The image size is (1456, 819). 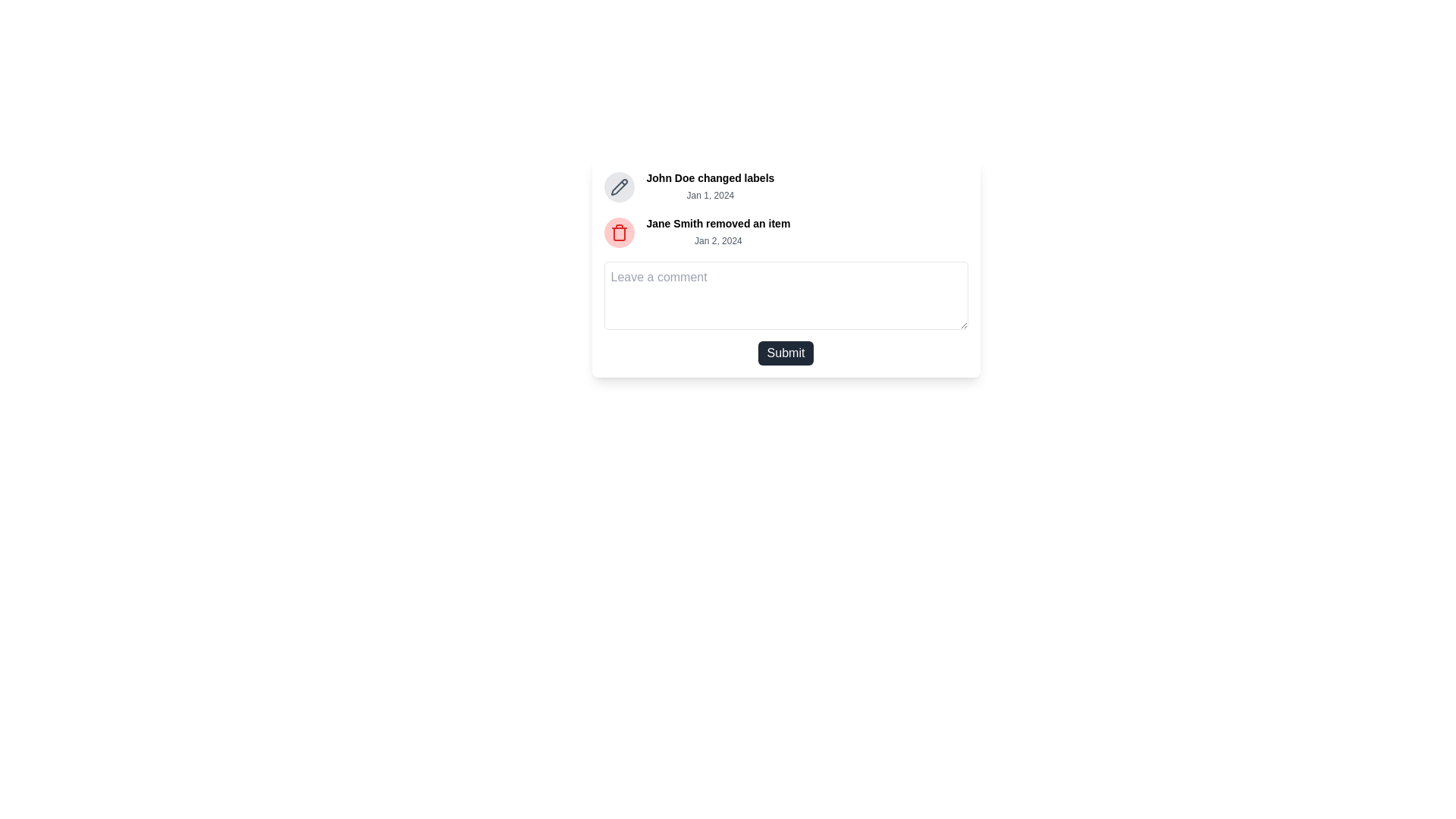 I want to click on the activity removal icon located to the left of the text 'Jane Smith removed an item' and above the date 'Jan 2, 2024', so click(x=619, y=233).